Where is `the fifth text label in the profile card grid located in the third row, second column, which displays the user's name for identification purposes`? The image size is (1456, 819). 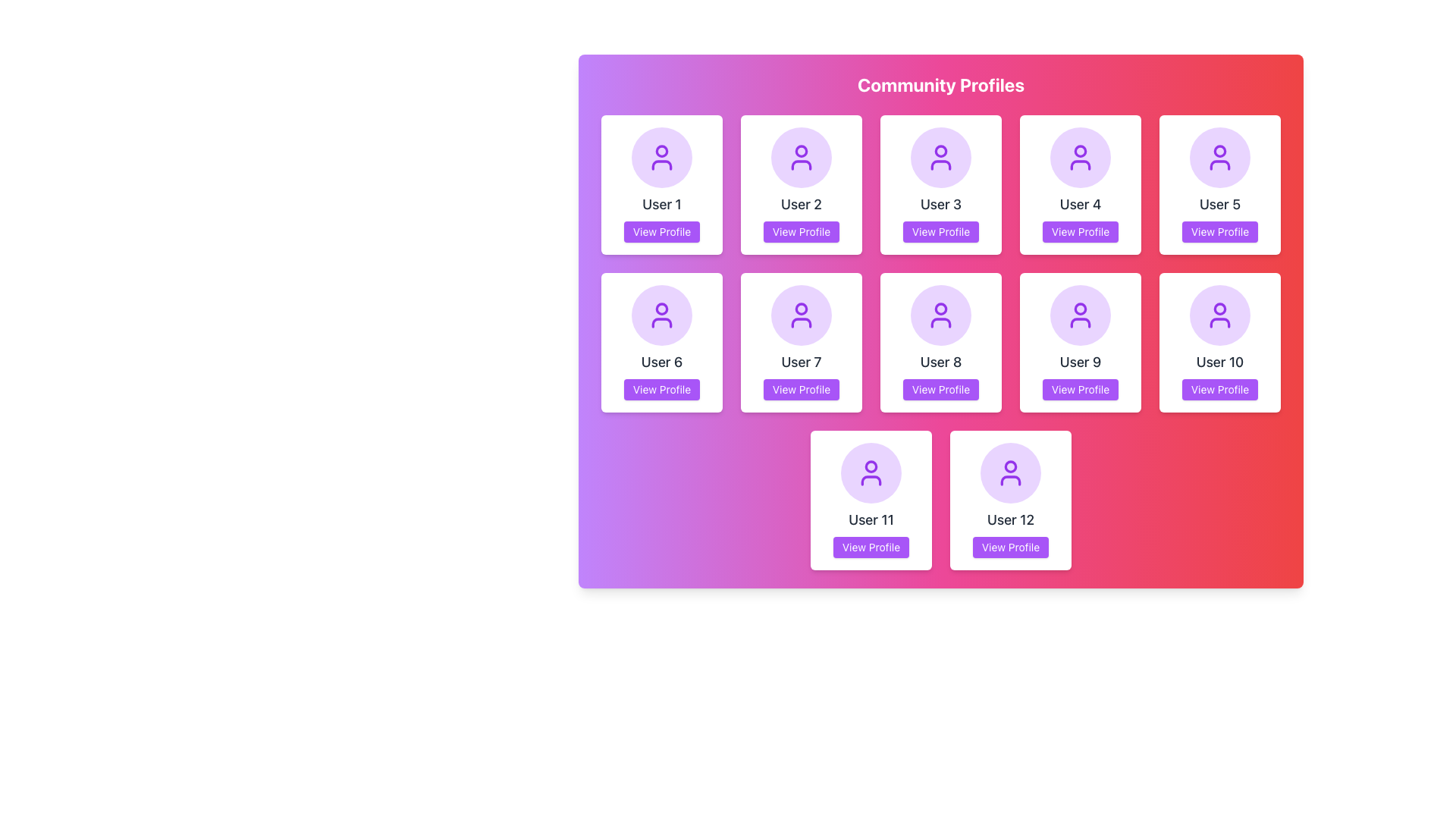
the fifth text label in the profile card grid located in the third row, second column, which displays the user's name for identification purposes is located at coordinates (1080, 362).